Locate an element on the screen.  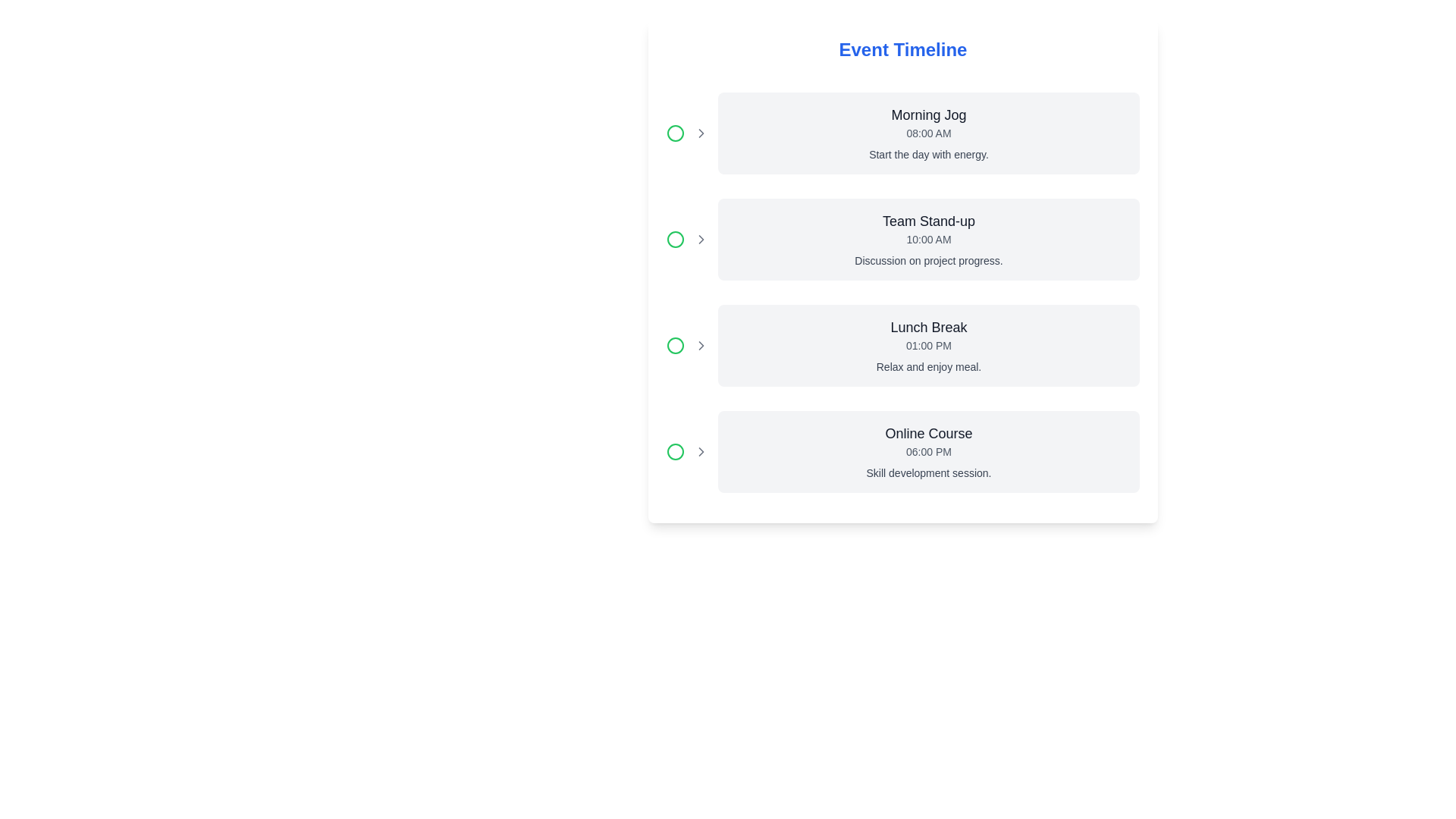
the circular icon that visually indicates the status of the scheduled event for 'Online Course', located in the fourth row of the event timeline is located at coordinates (675, 451).